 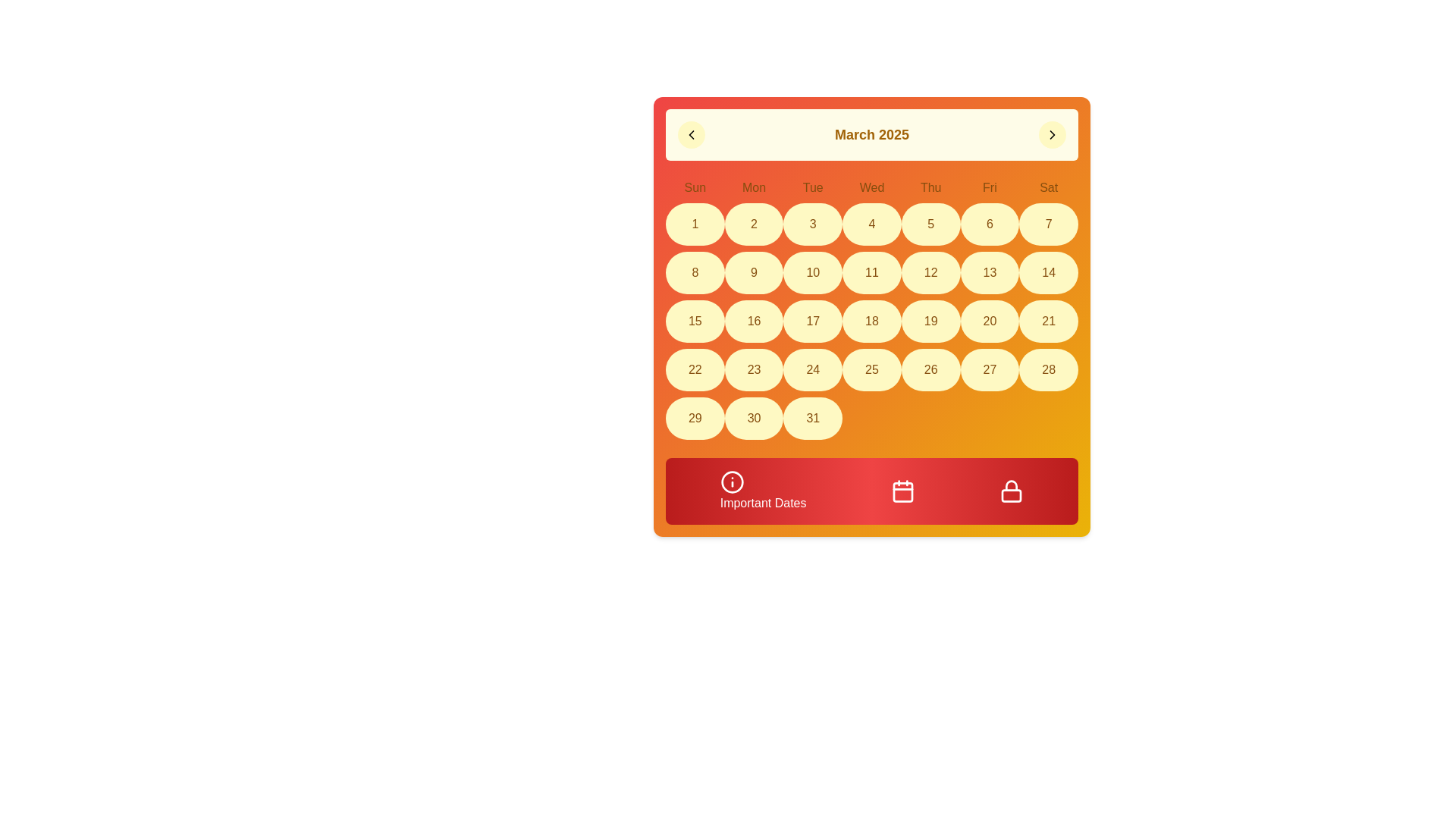 What do you see at coordinates (1051, 133) in the screenshot?
I see `the navigation icon in the calendar header, located at the top right corner next to the month display ('March 2025'), to understand its function for moving to the next month` at bounding box center [1051, 133].